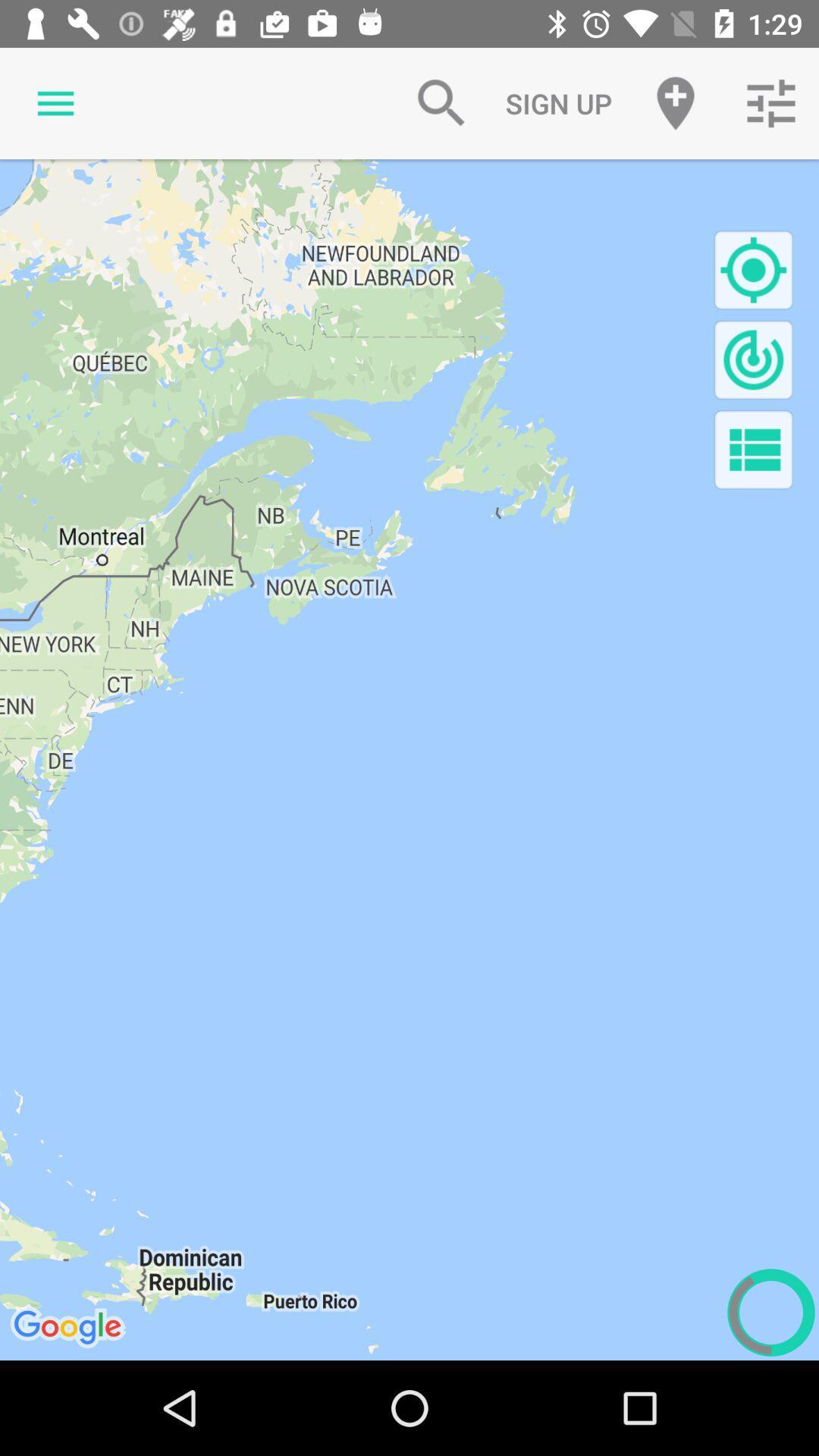  What do you see at coordinates (753, 270) in the screenshot?
I see `locate` at bounding box center [753, 270].